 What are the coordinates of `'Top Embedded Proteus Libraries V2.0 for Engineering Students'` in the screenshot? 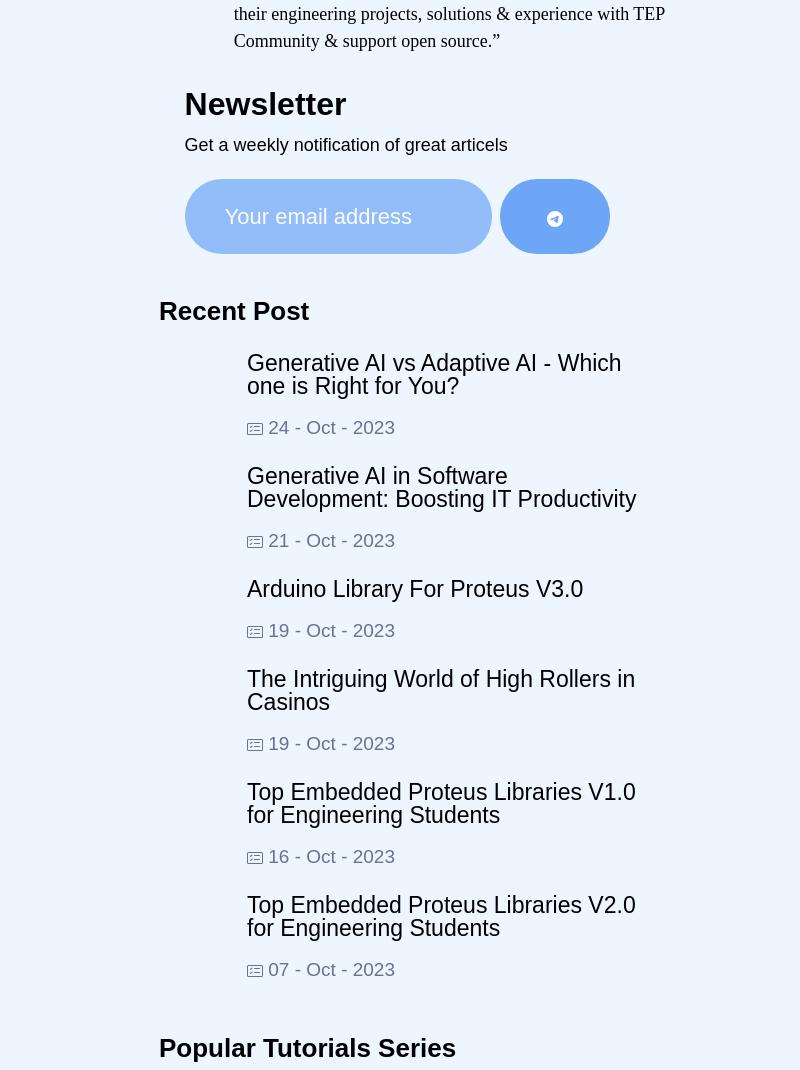 It's located at (246, 914).